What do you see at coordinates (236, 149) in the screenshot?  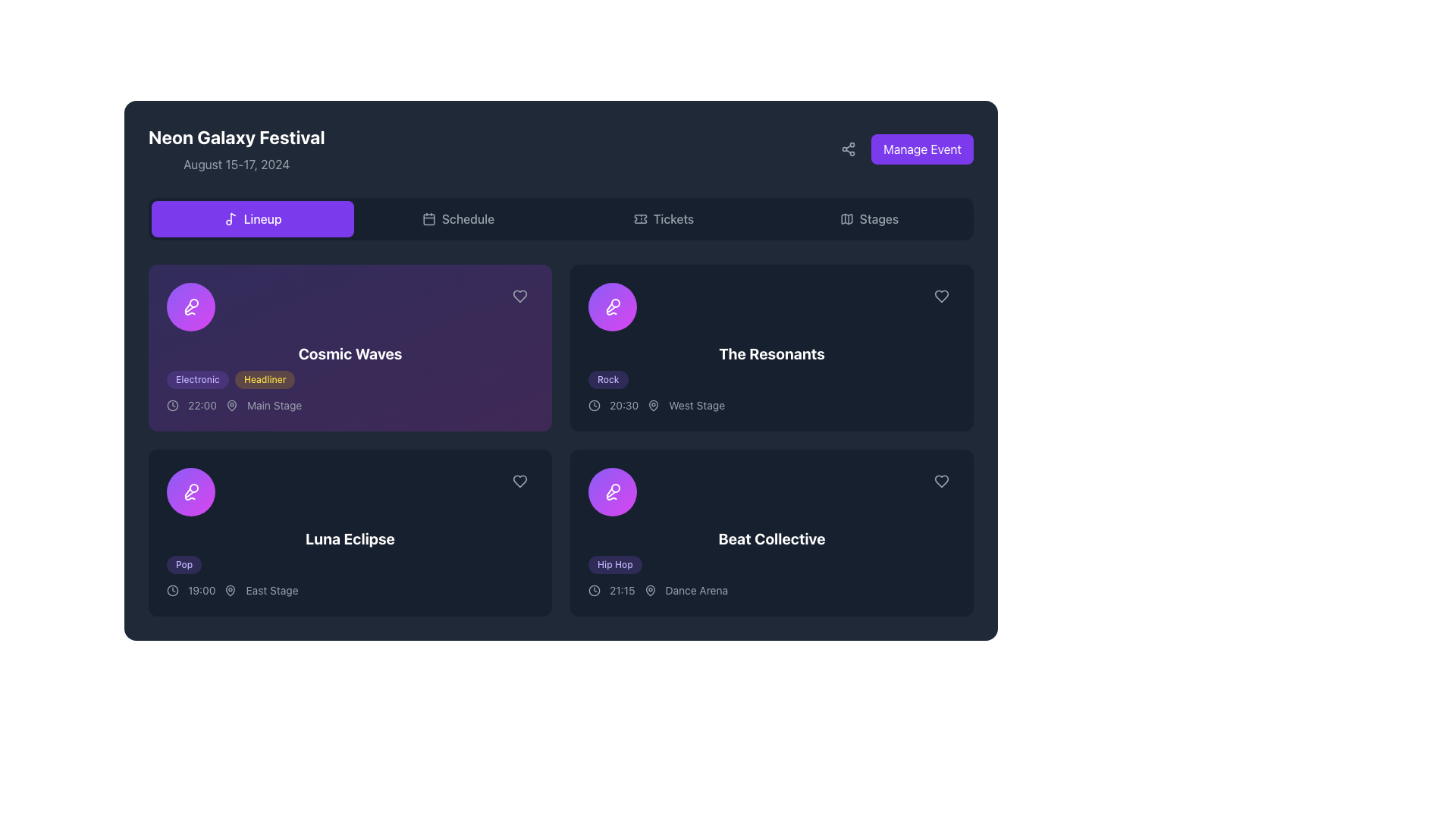 I see `the text block displaying 'Neon Galaxy Festival' and 'August 15-17, 2024', located in the upper left corner of the UI` at bounding box center [236, 149].